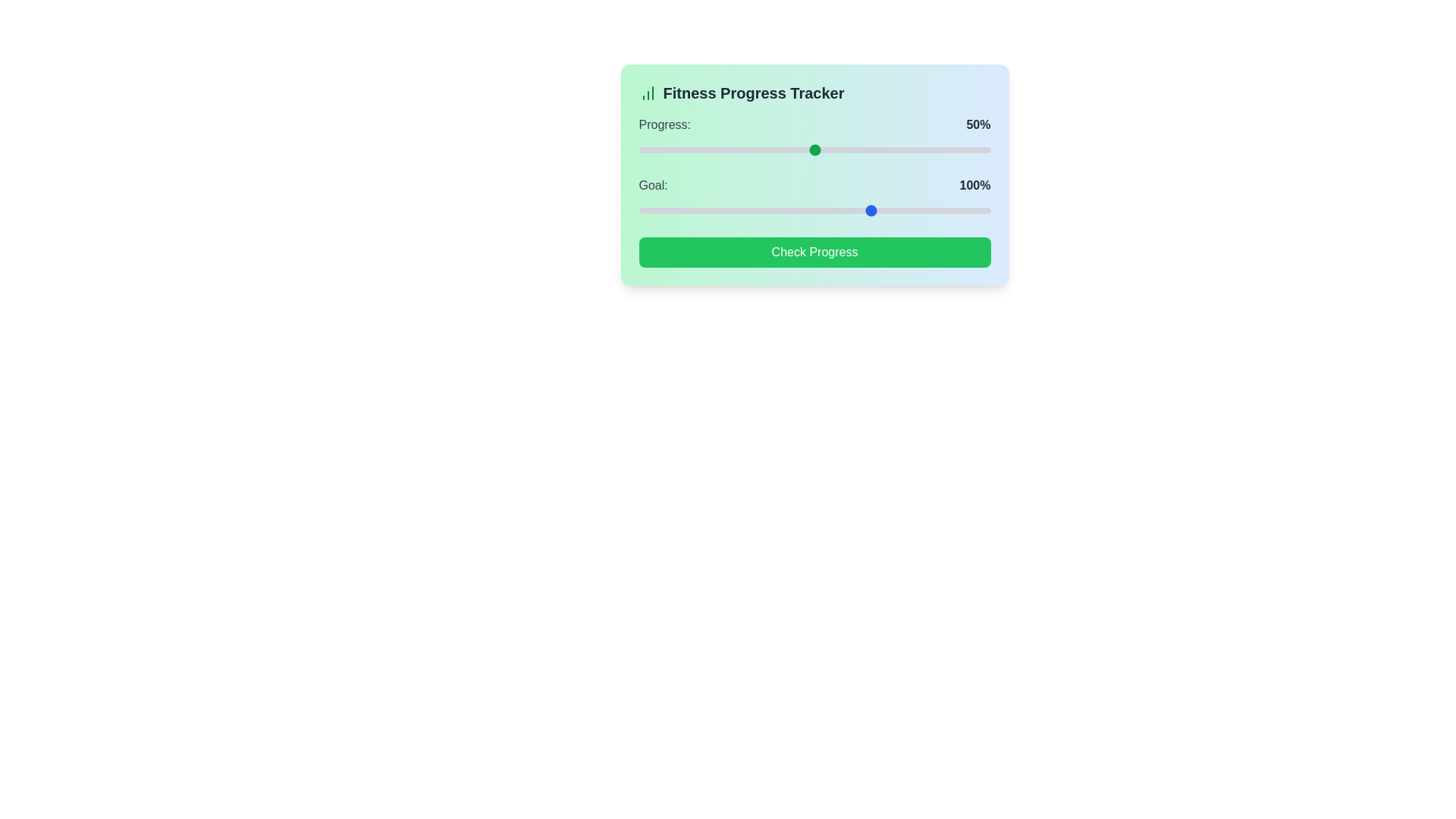 The width and height of the screenshot is (1456, 819). Describe the element at coordinates (912, 149) in the screenshot. I see `the progress slider to 78%` at that location.